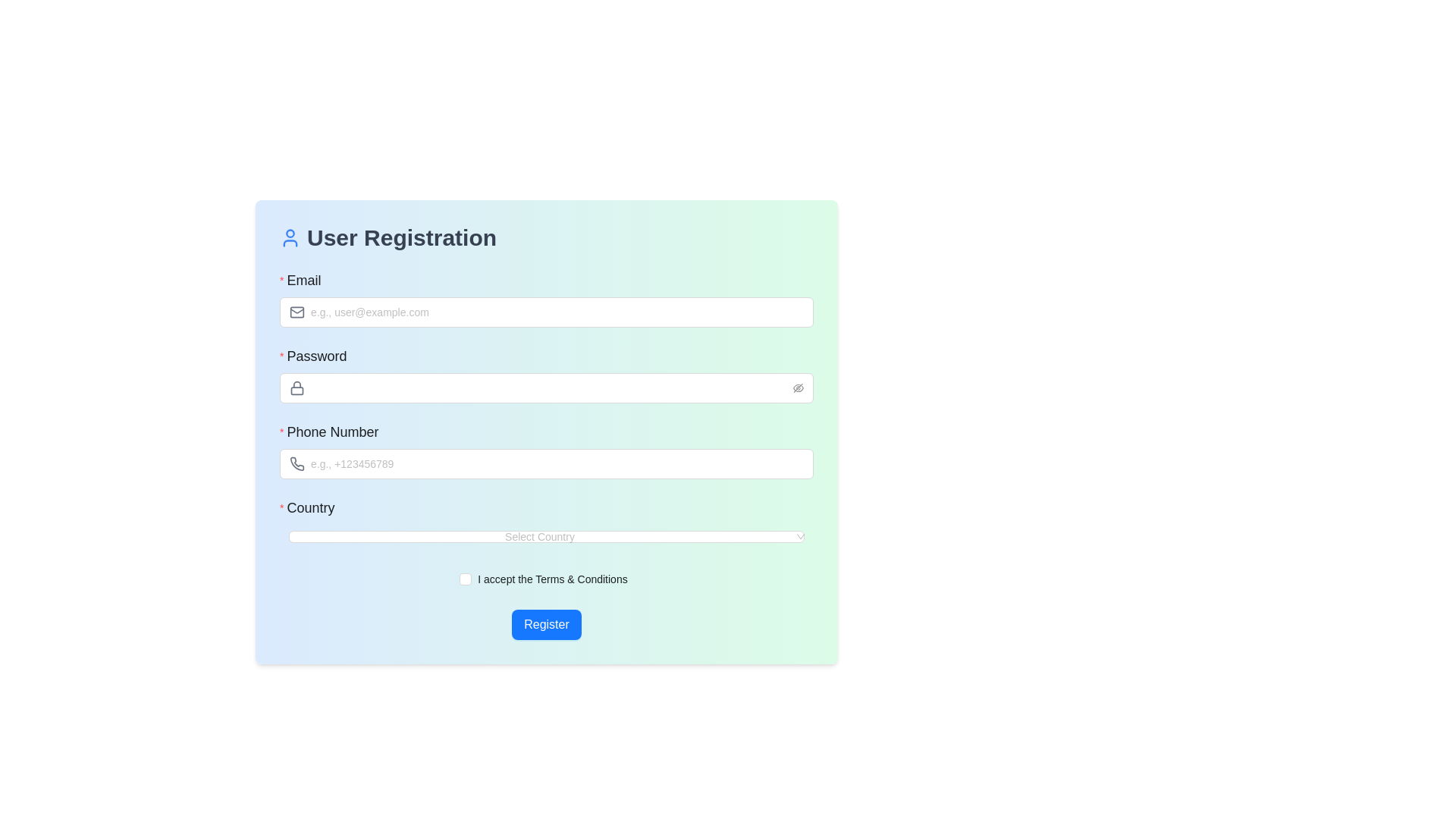  I want to click on the text label indicating the purpose of the password input field located in the middle section of the registration form, directly above the password input box, so click(318, 356).